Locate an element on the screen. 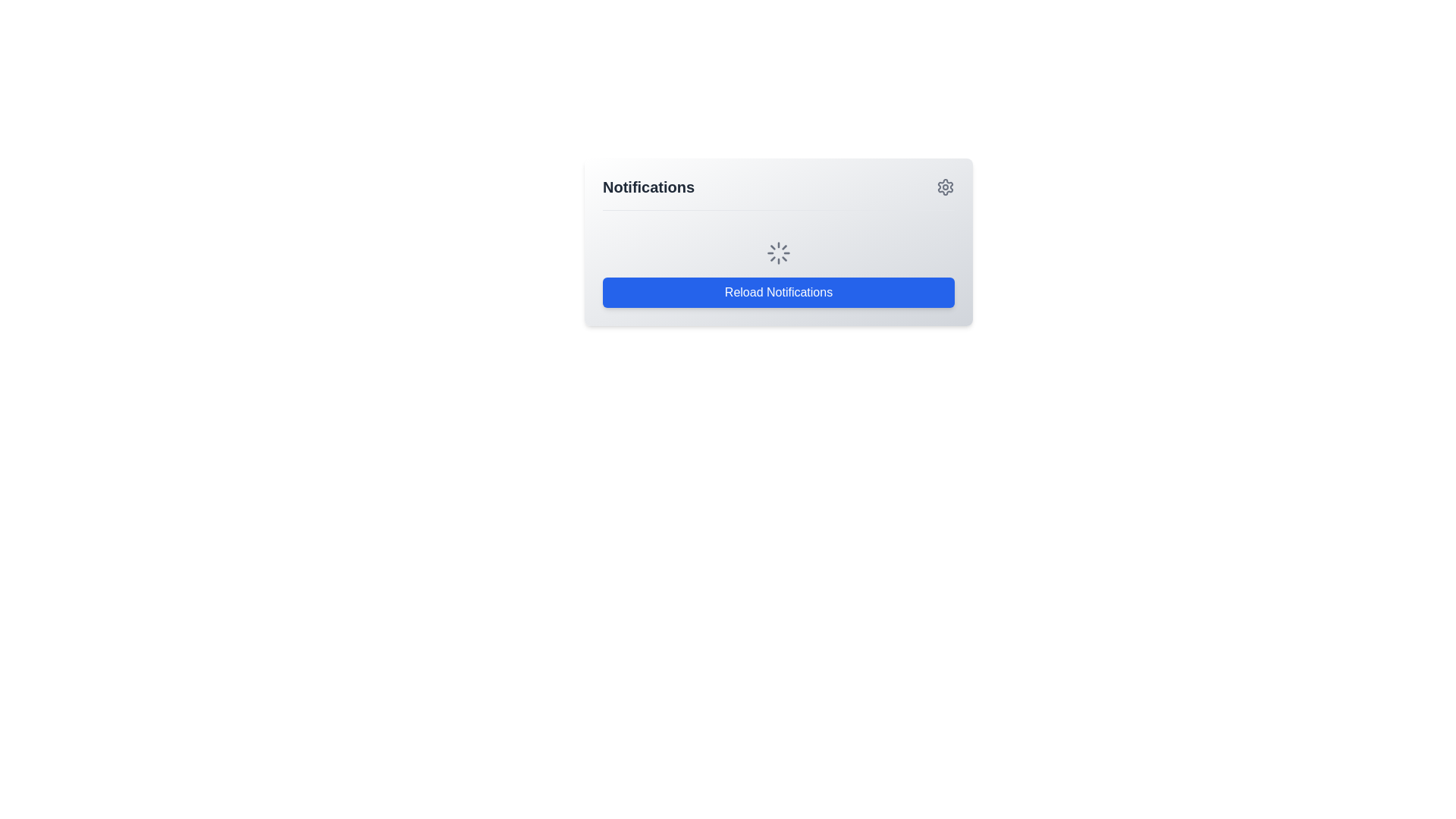  the cogwheel-like settings icon located at the top-right corner of the 'Notifications' modal popup is located at coordinates (945, 186).